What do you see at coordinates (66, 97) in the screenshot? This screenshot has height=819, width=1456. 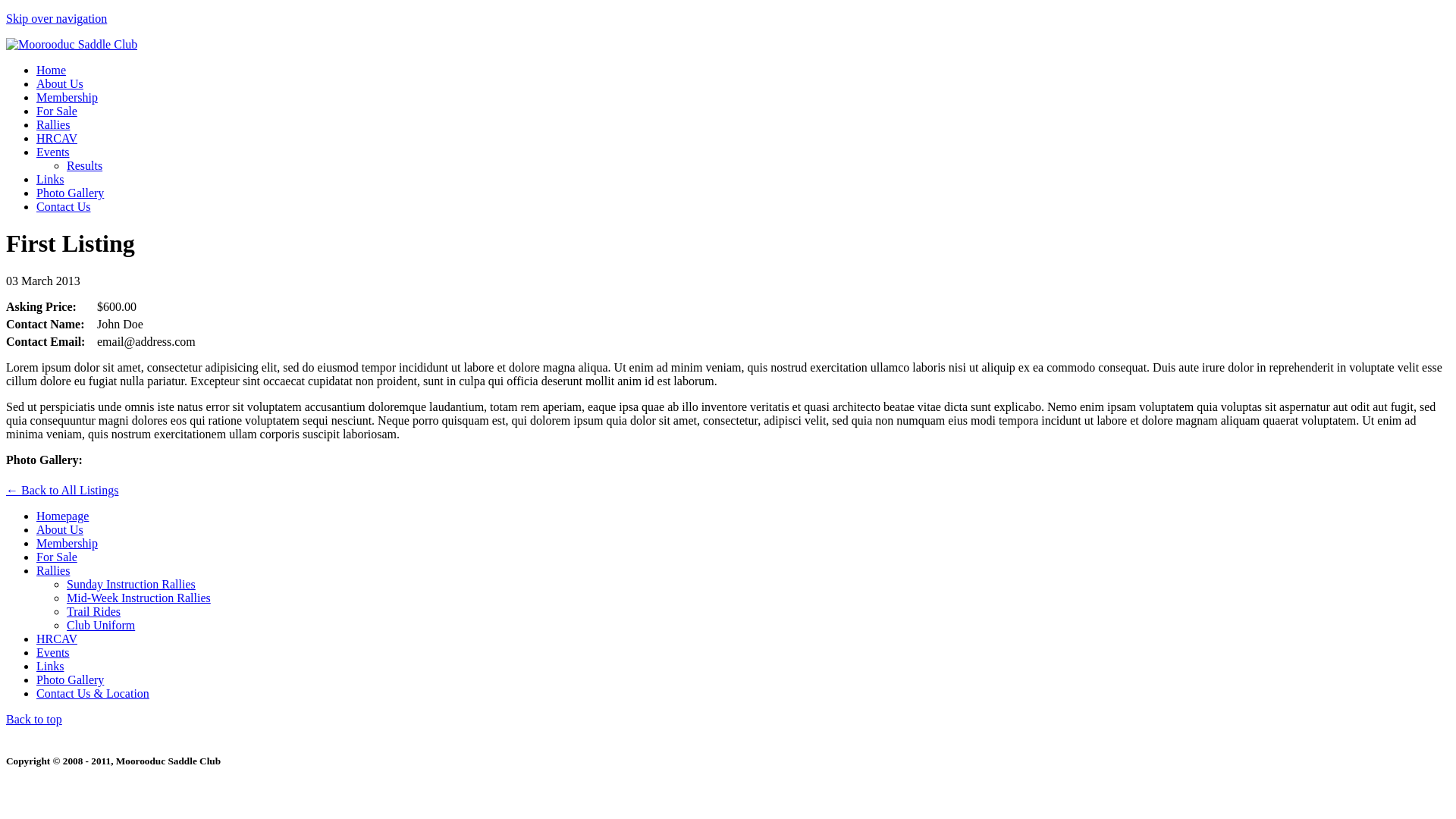 I see `'Membership'` at bounding box center [66, 97].